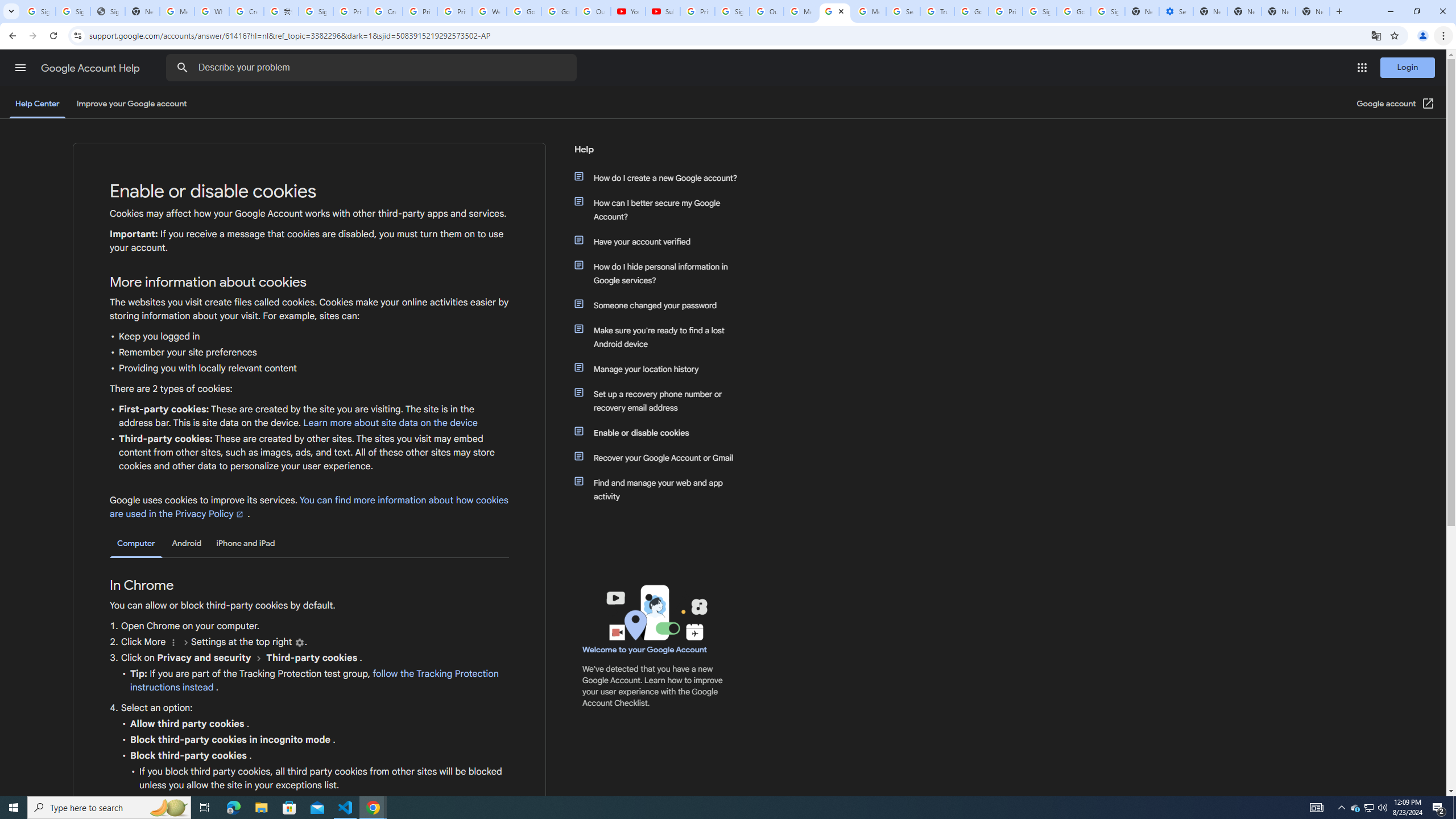 This screenshot has width=1456, height=819. Describe the element at coordinates (1073, 11) in the screenshot. I see `'Google Cybersecurity Innovations - Google Safety Center'` at that location.